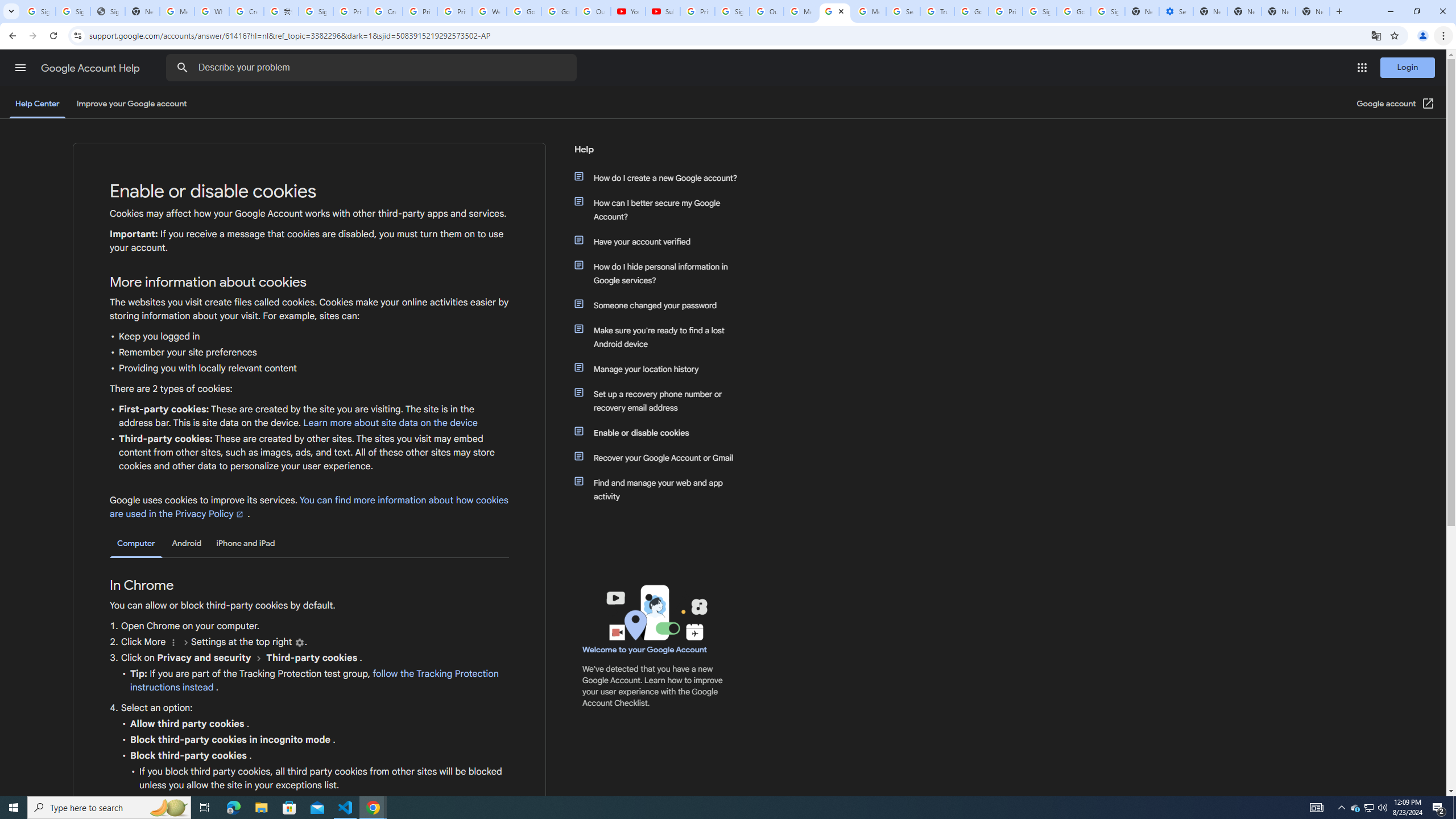 This screenshot has width=1456, height=819. Describe the element at coordinates (1073, 11) in the screenshot. I see `'Google Cybersecurity Innovations - Google Safety Center'` at that location.